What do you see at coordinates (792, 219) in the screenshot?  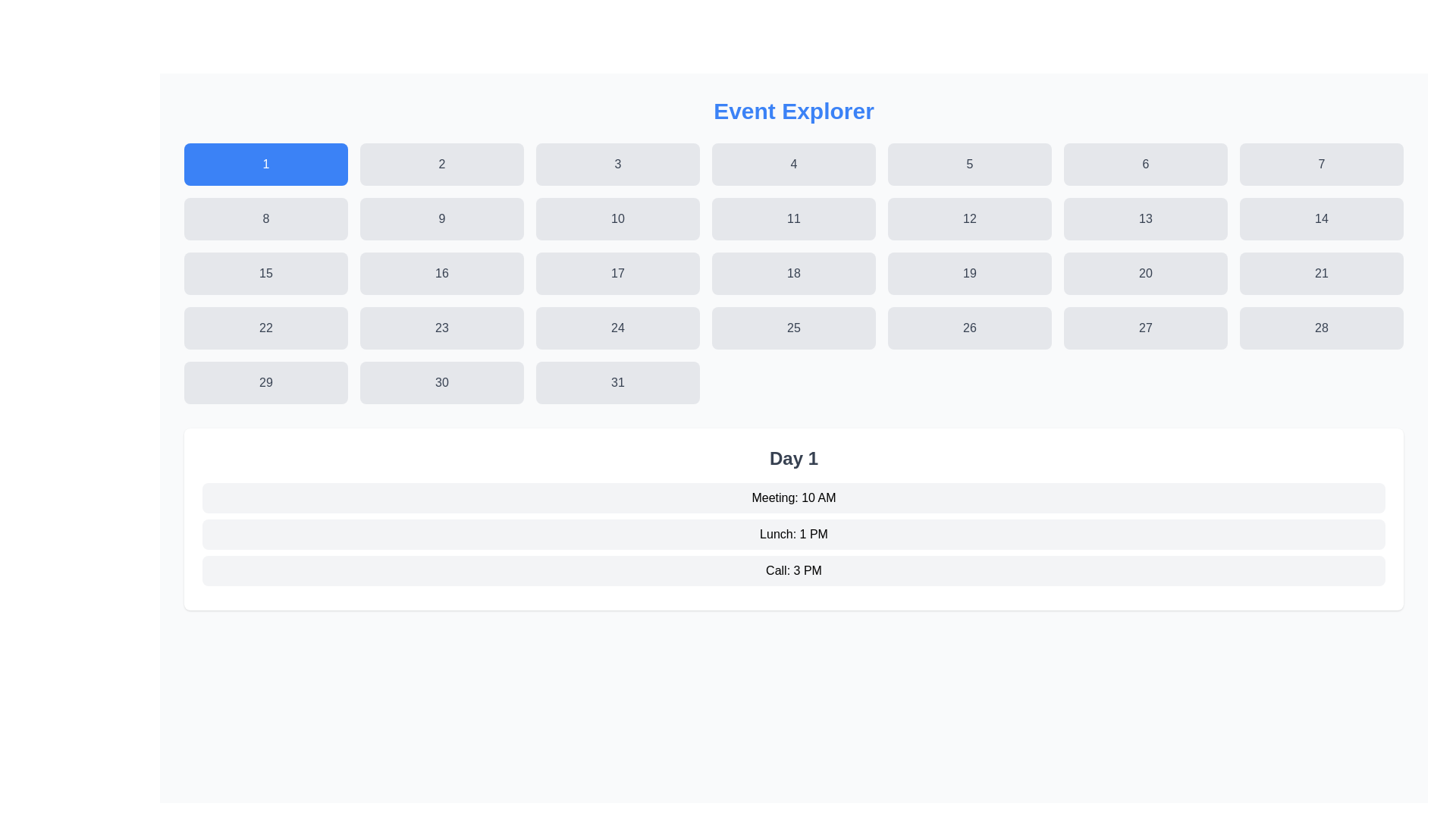 I see `the button representing the 11th day in the 'Event Explorer' calendar interface` at bounding box center [792, 219].